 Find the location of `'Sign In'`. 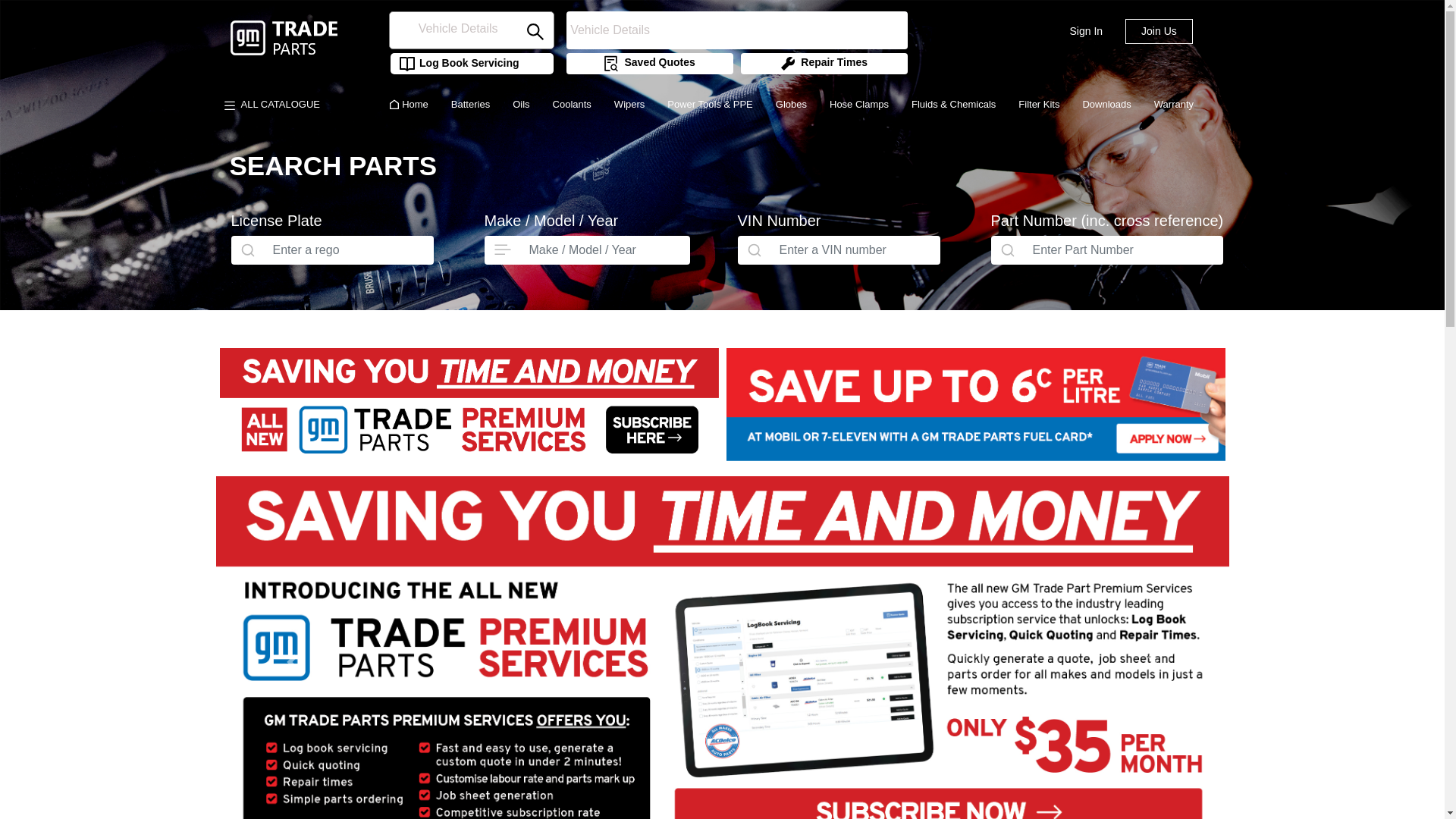

'Sign In' is located at coordinates (1084, 31).